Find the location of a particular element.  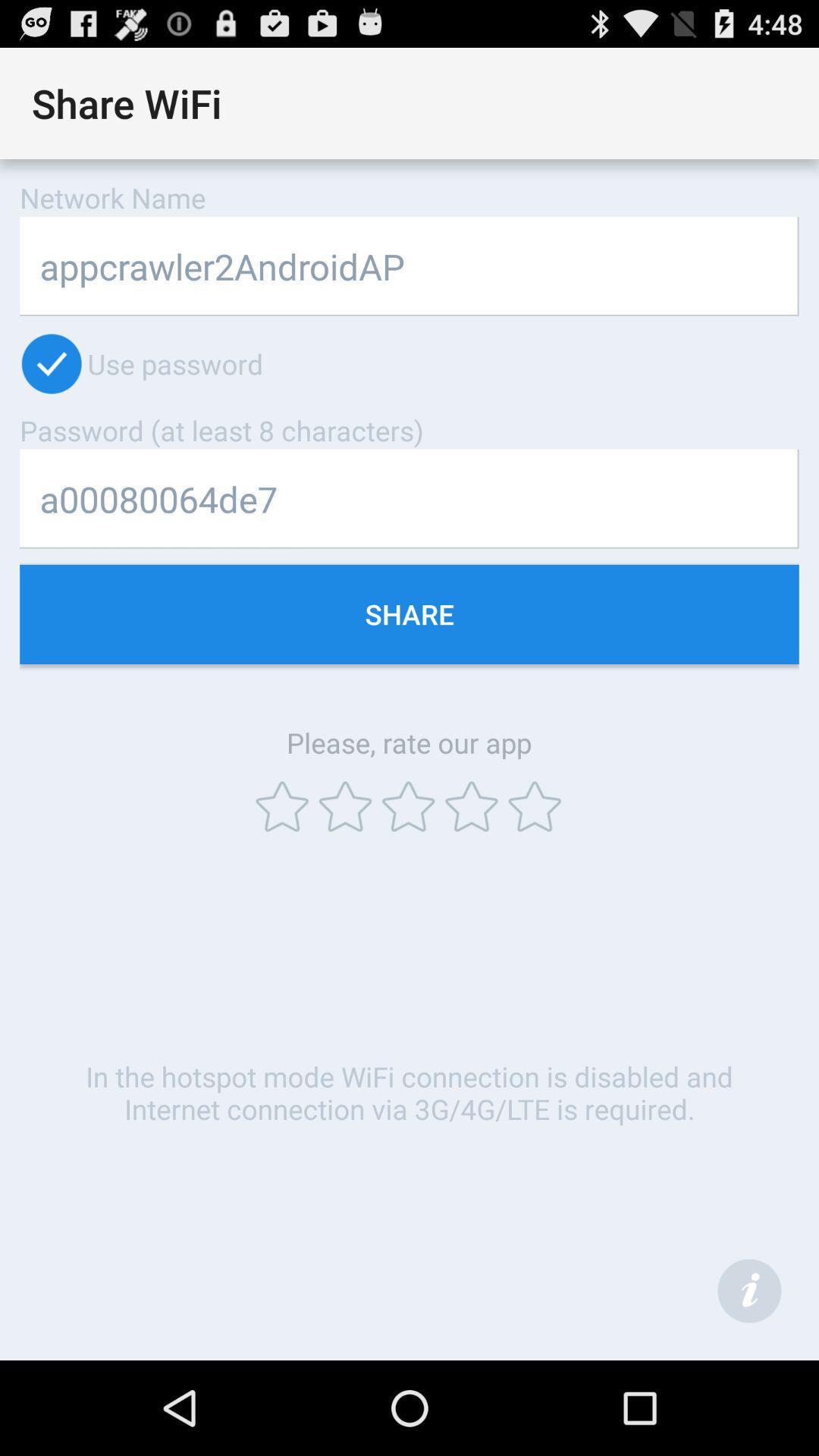

the item below share is located at coordinates (748, 1290).